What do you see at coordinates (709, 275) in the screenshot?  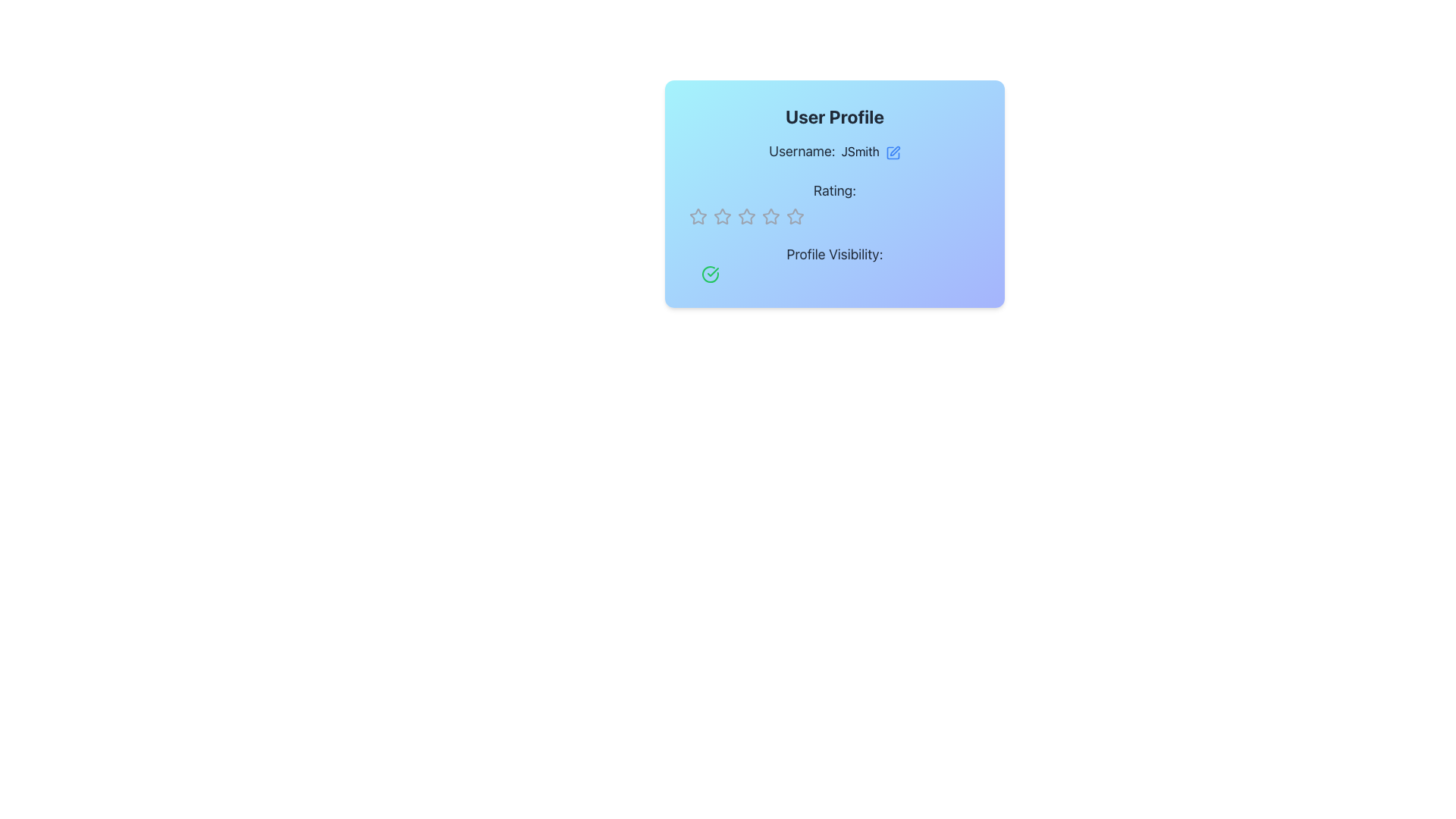 I see `the circular icon with a checkmark inside it, which is styled in a green stroke color and located in the 'Profile Visibility' section of the user profile card` at bounding box center [709, 275].